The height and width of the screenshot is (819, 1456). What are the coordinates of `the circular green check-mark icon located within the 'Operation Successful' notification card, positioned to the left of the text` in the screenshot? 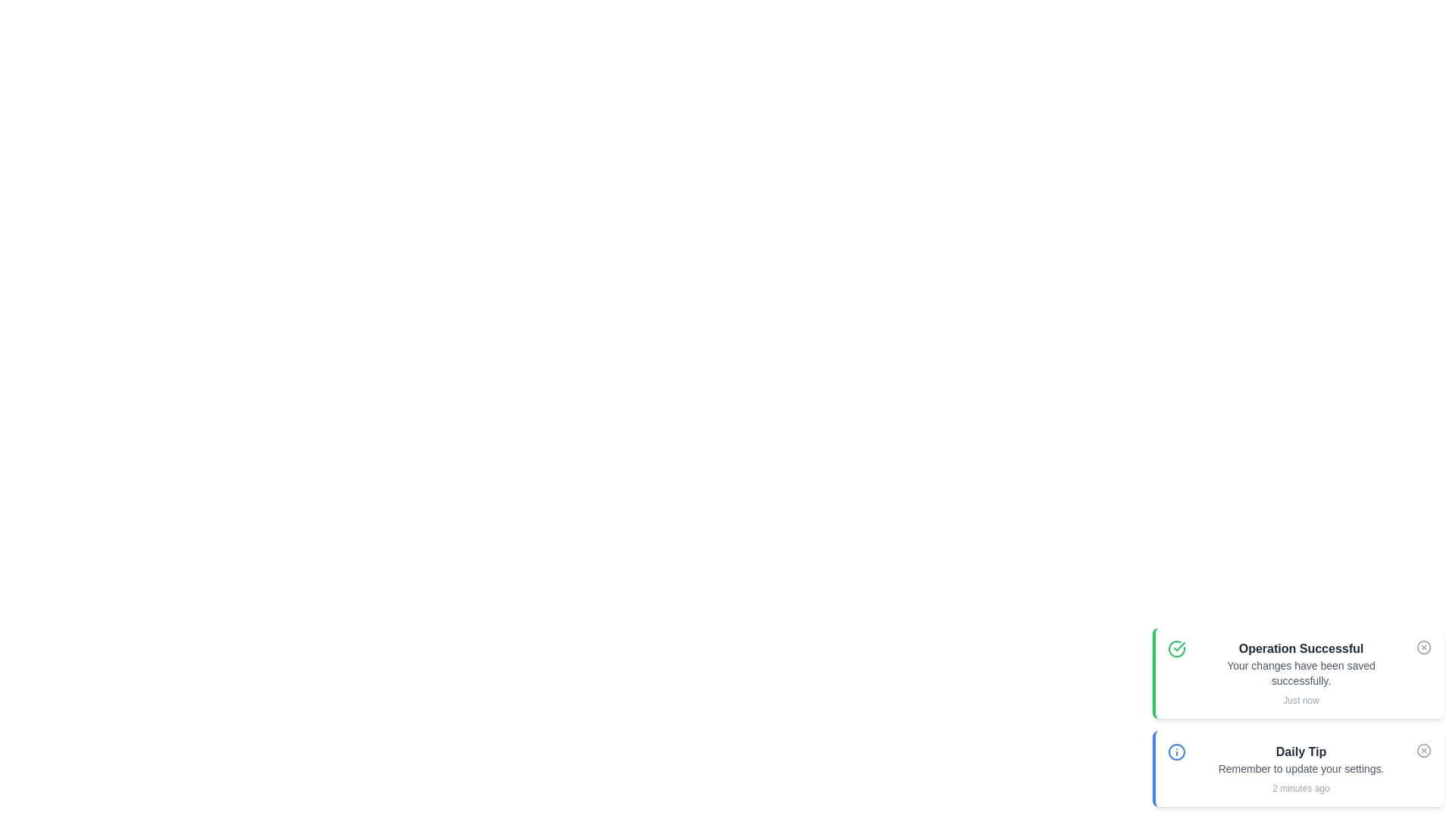 It's located at (1175, 648).